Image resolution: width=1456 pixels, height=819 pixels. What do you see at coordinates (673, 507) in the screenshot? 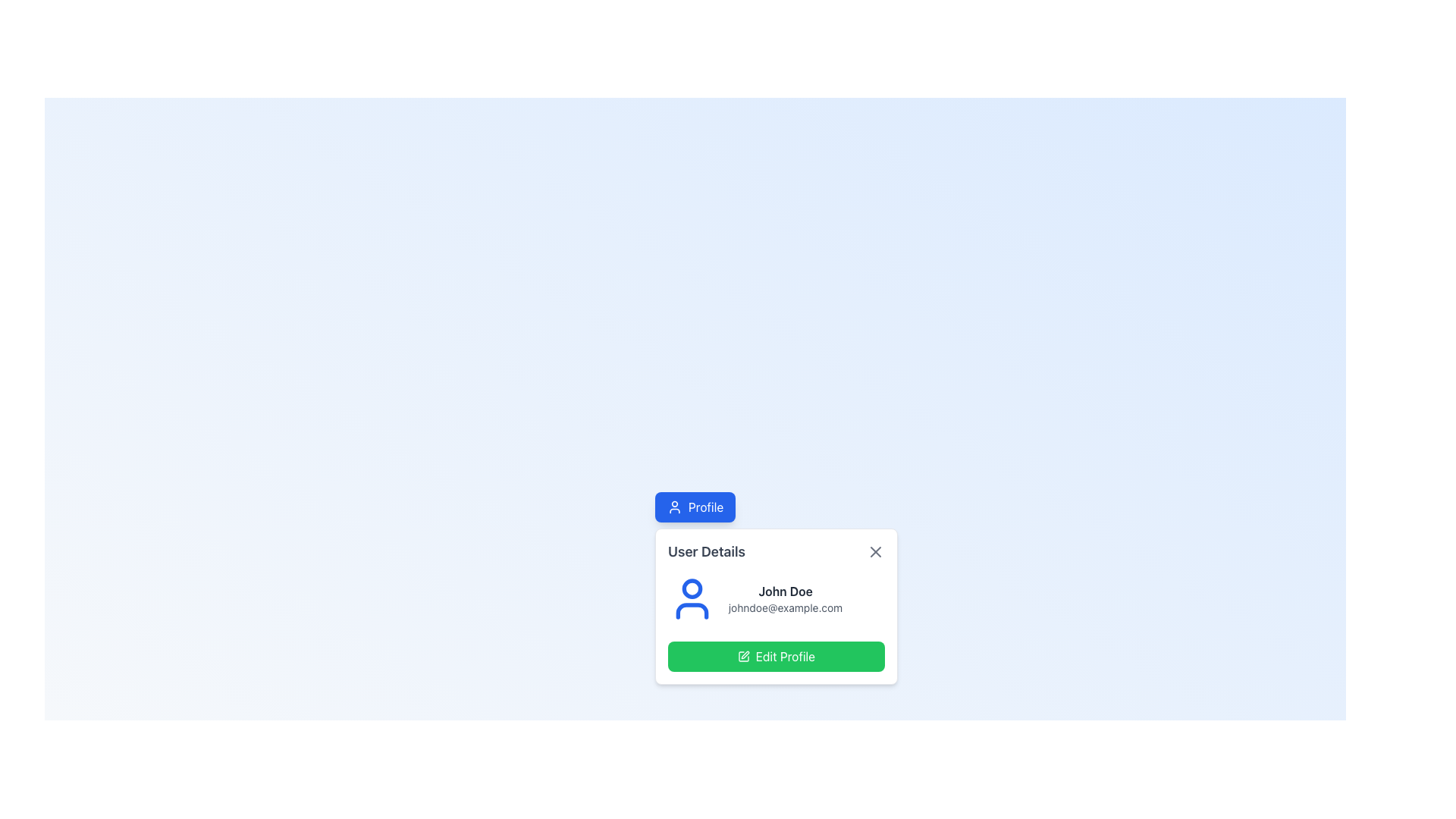
I see `the user avatar icon within the blue 'Profile' button located at the top-central area of the interface` at bounding box center [673, 507].